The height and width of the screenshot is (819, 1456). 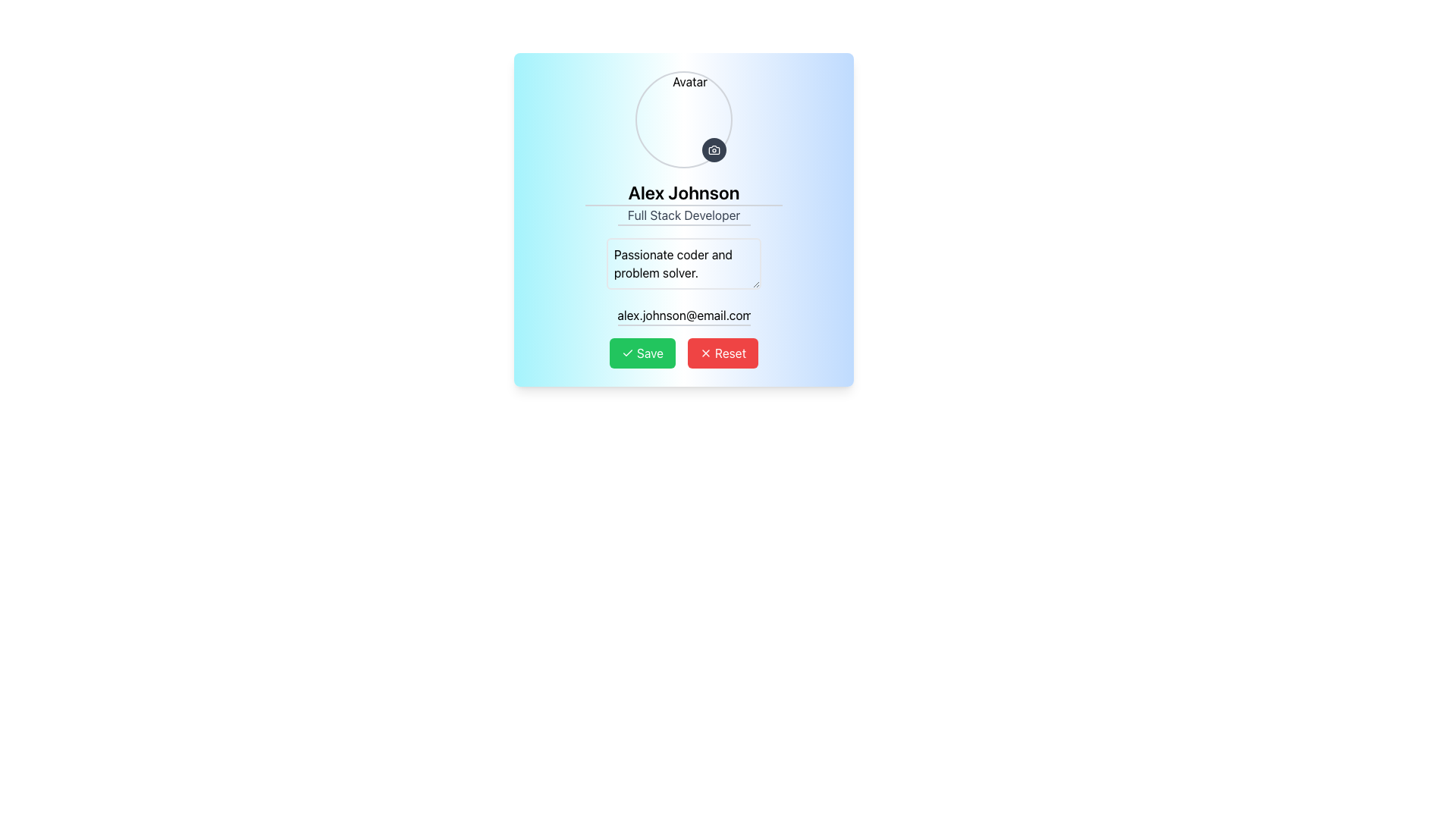 I want to click on the 'Reset' button that contains the decorative 'X' icon, so click(x=705, y=353).